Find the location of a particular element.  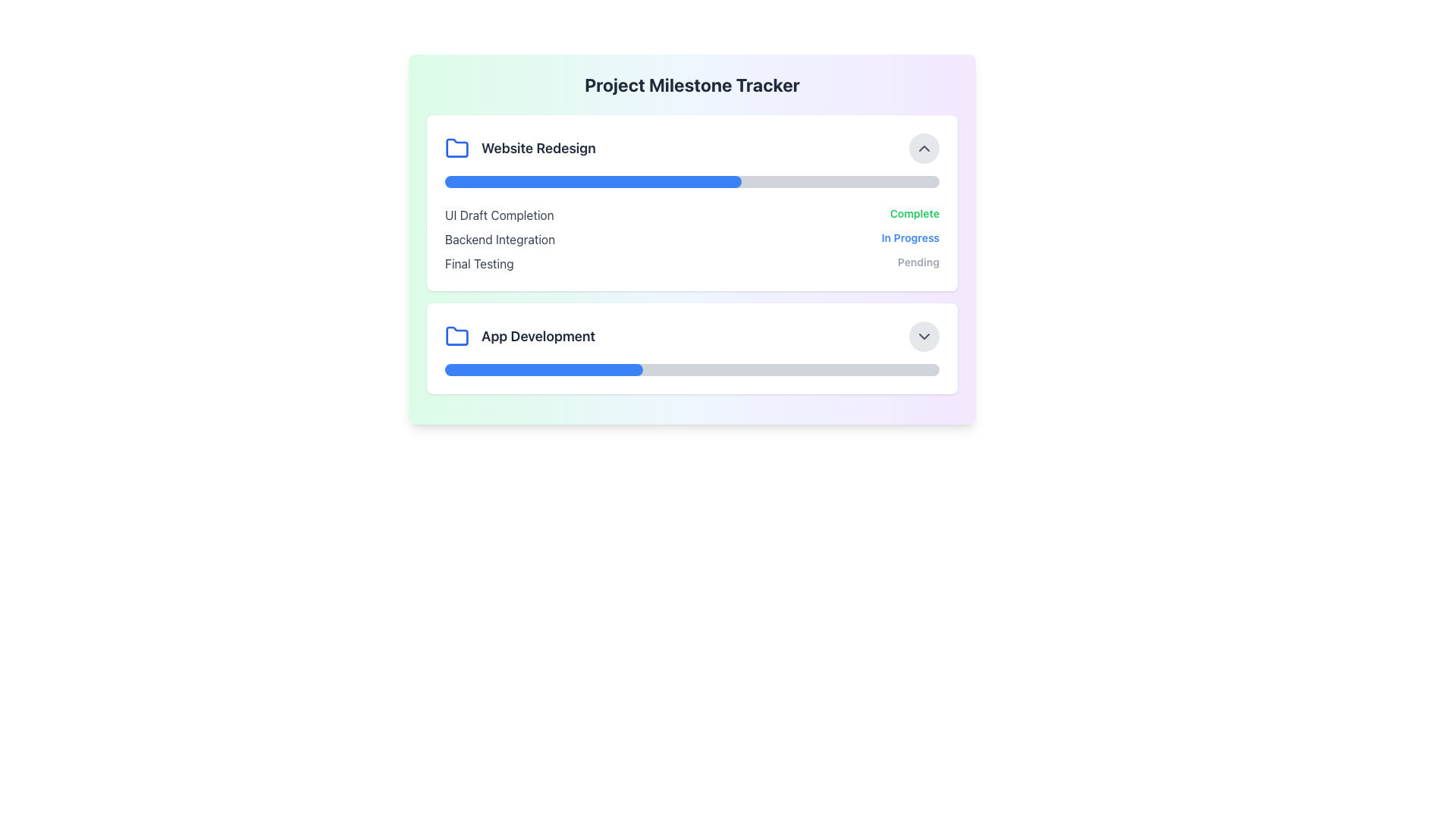

status of the milestones displayed in the vertically stacked rows of the status overview component, which includes 'UI Draft Completion', 'Backend Integration', and 'Final Testing' is located at coordinates (691, 239).